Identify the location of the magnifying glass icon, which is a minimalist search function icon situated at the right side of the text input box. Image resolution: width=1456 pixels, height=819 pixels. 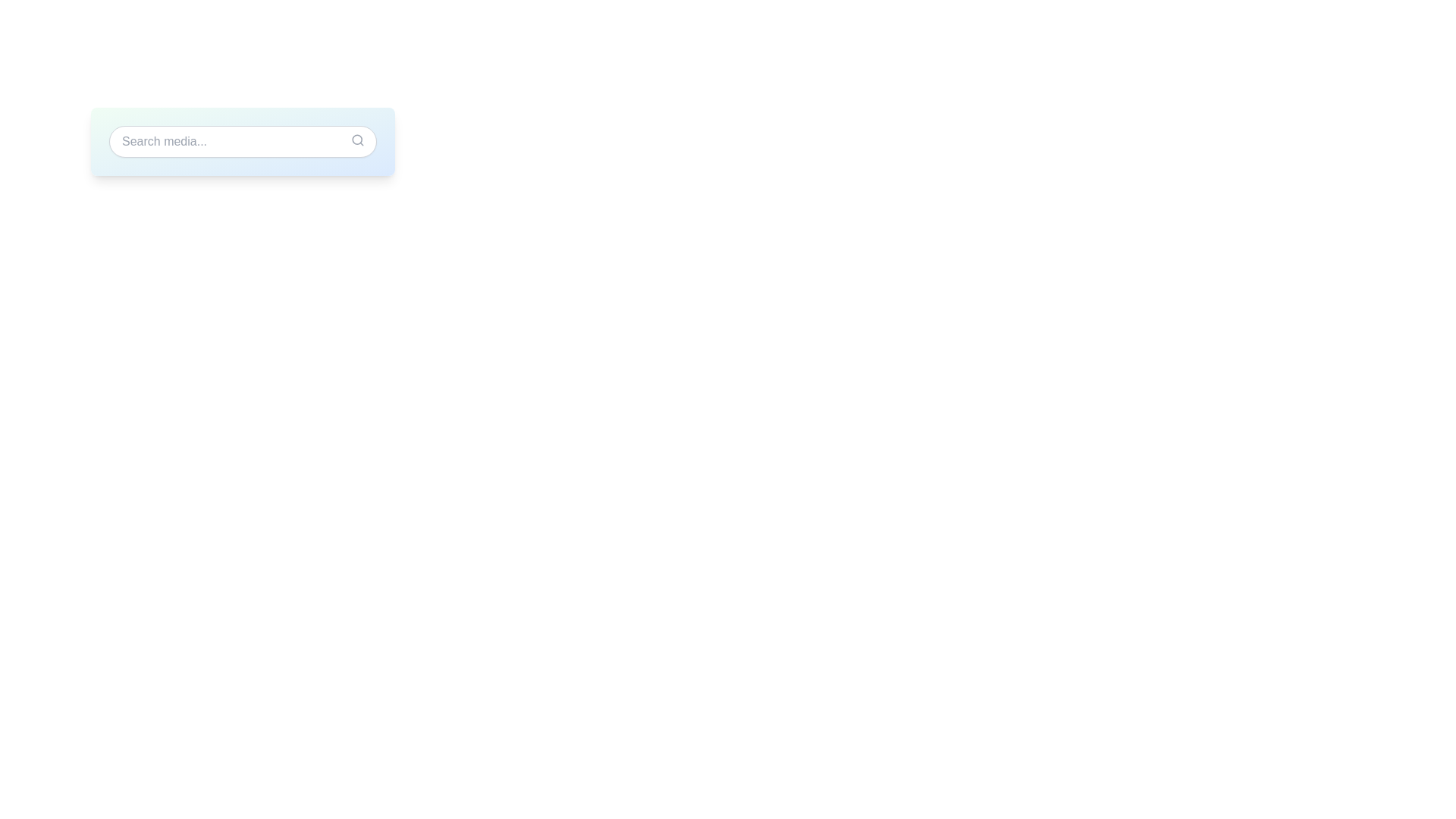
(356, 140).